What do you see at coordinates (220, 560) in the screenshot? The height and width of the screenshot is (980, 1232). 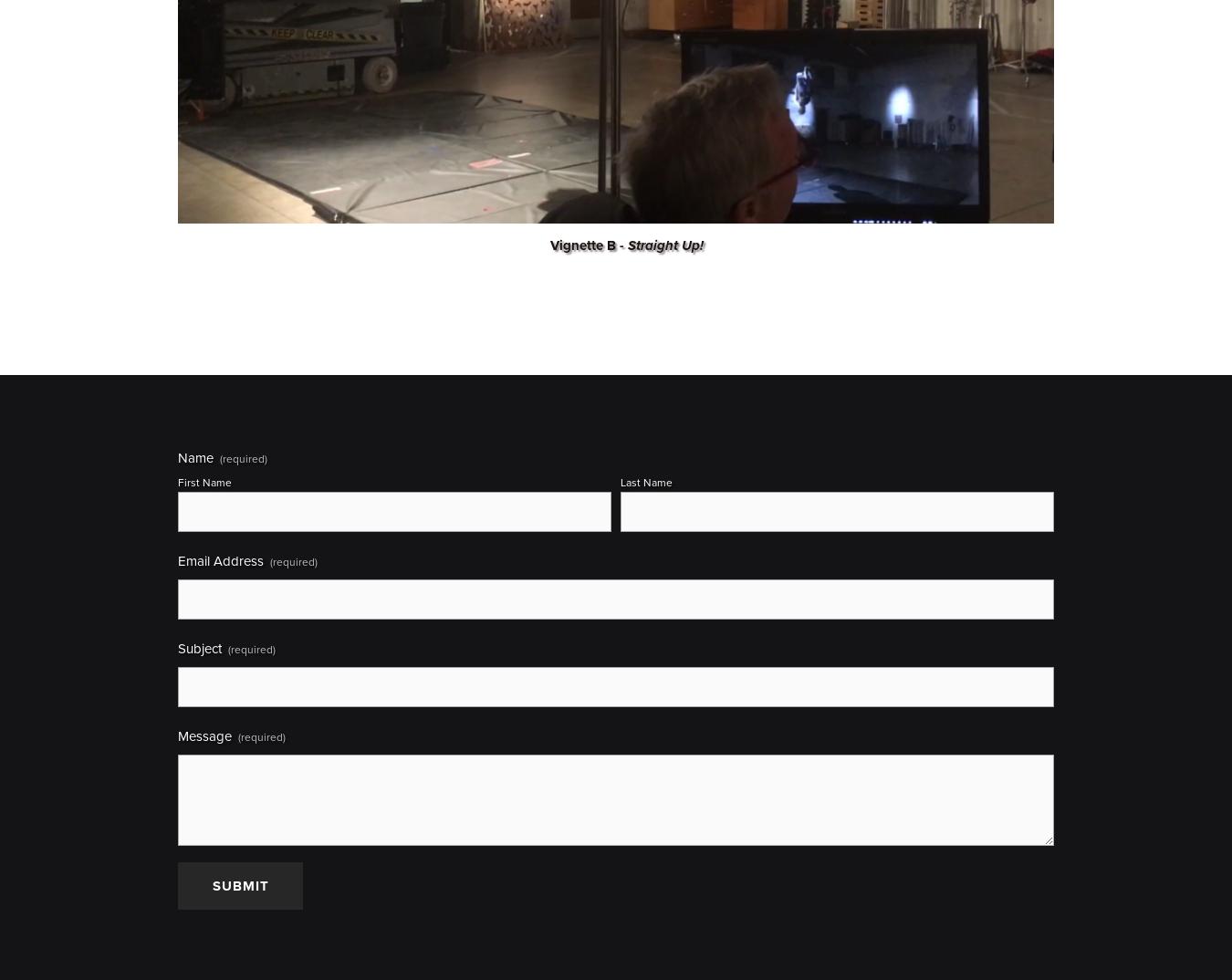 I see `'Email Address'` at bounding box center [220, 560].